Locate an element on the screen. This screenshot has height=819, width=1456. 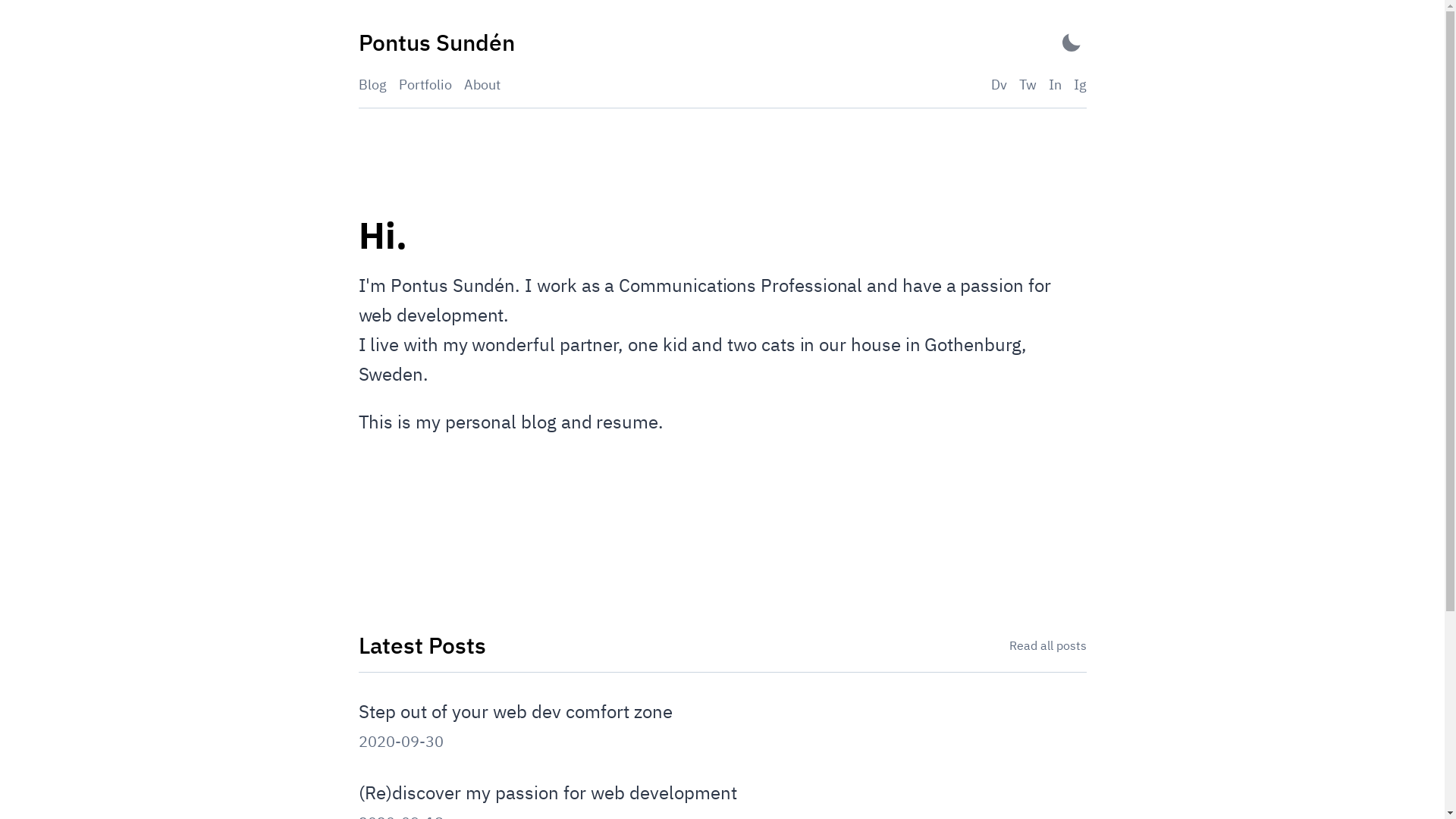
'(Re)discover my passion for web development' is located at coordinates (356, 792).